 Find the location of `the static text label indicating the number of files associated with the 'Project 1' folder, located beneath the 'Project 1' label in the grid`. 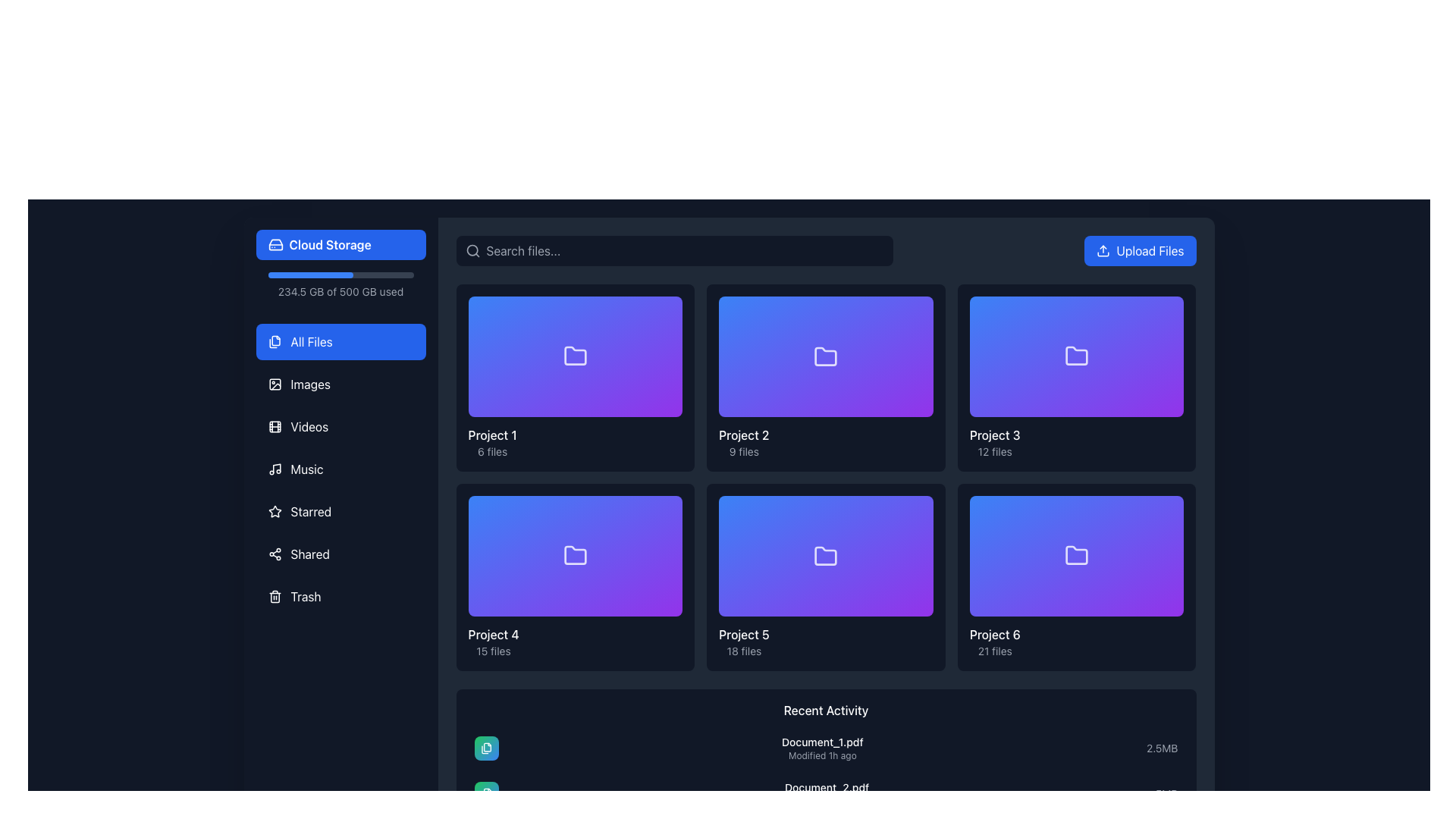

the static text label indicating the number of files associated with the 'Project 1' folder, located beneath the 'Project 1' label in the grid is located at coordinates (492, 450).